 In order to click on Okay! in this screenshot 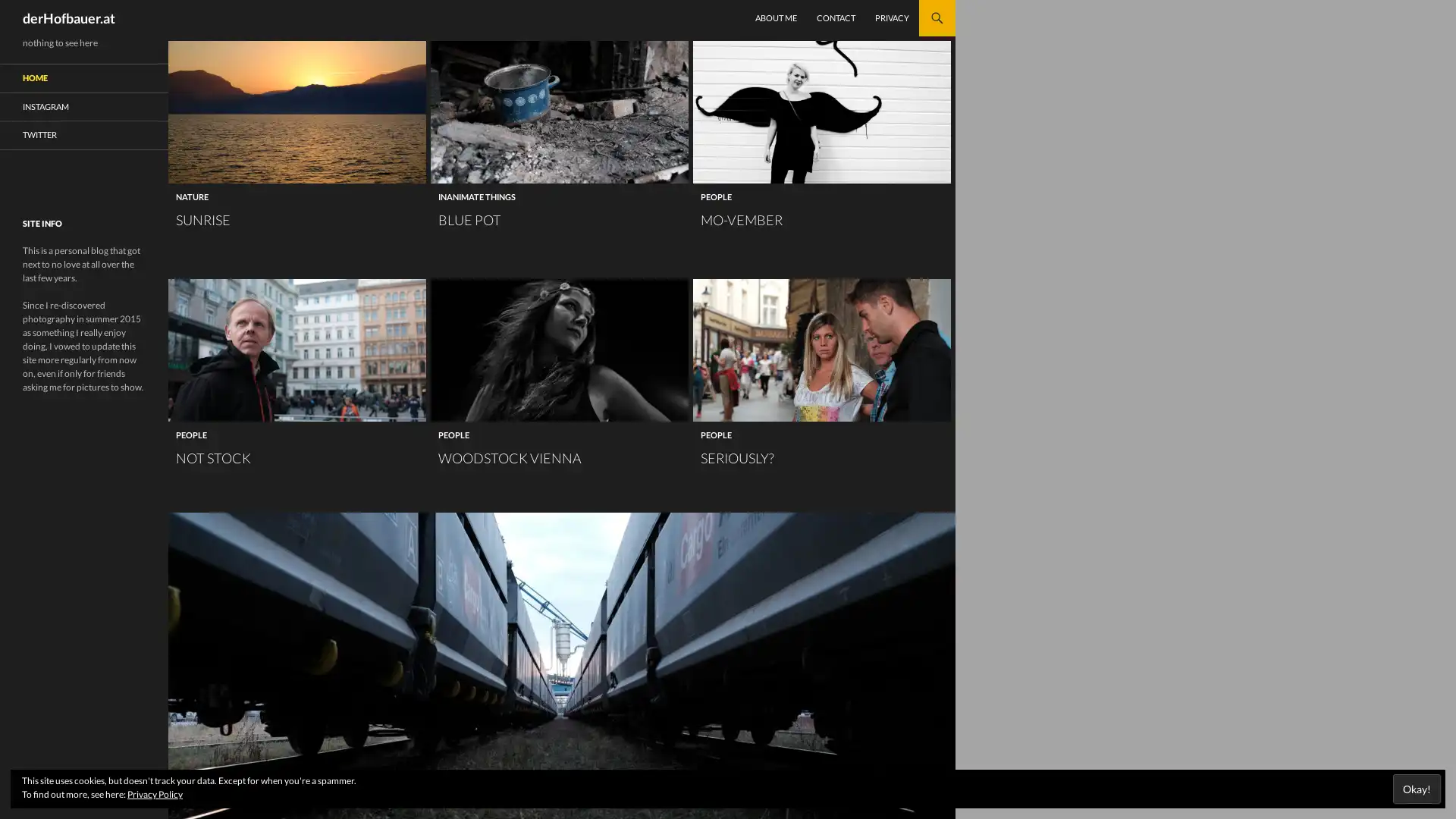, I will do `click(1416, 788)`.